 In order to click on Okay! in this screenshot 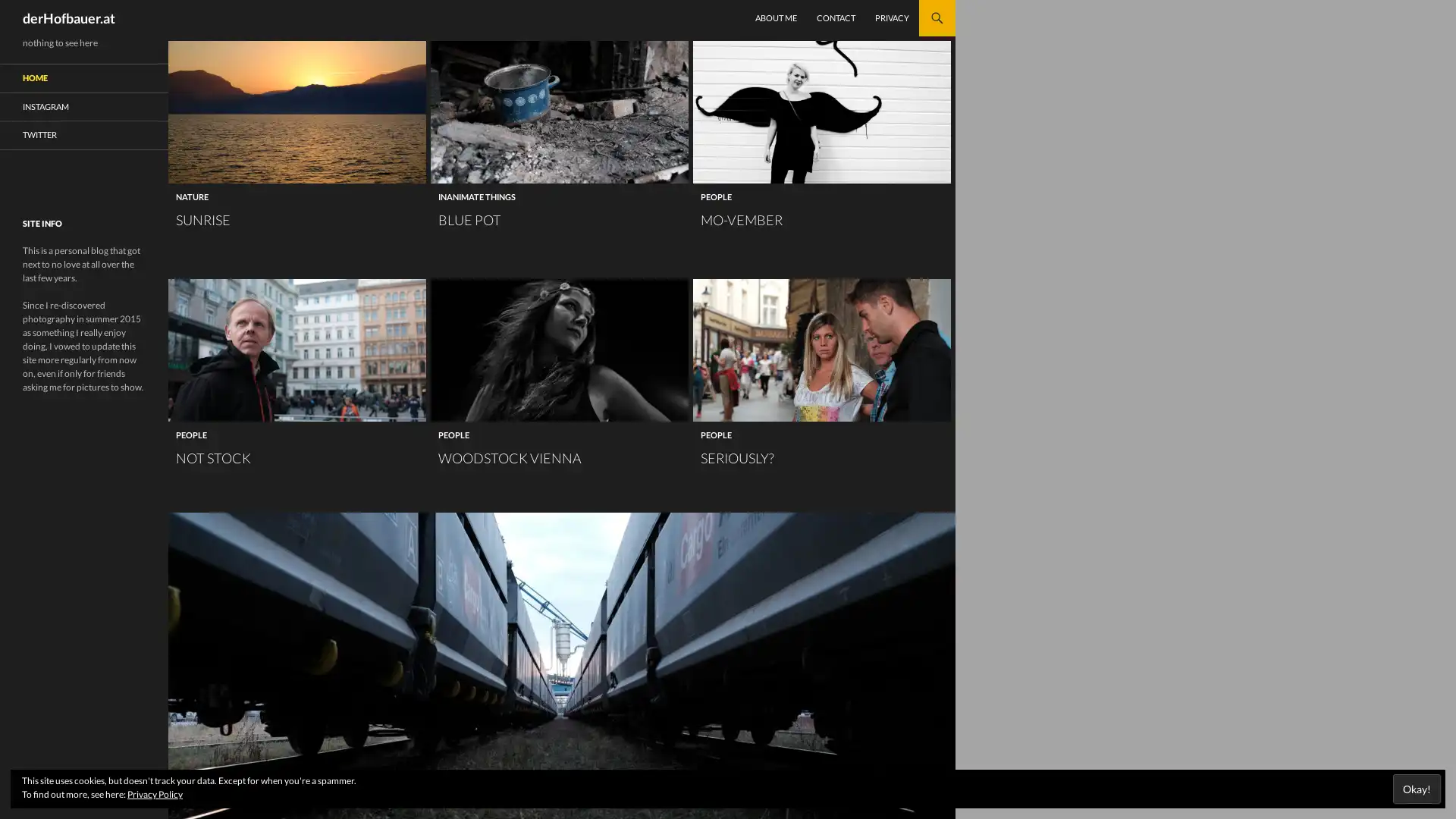, I will do `click(1416, 788)`.